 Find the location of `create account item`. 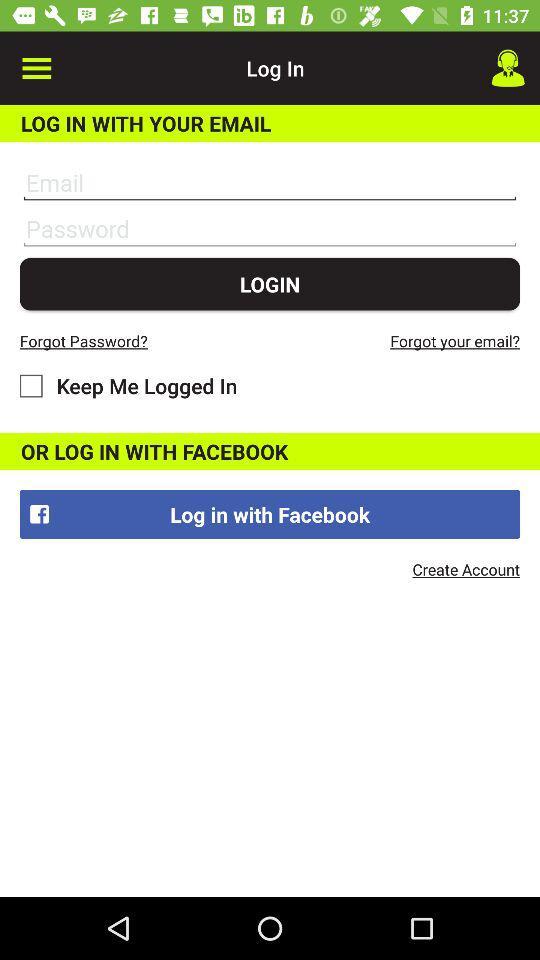

create account item is located at coordinates (466, 569).